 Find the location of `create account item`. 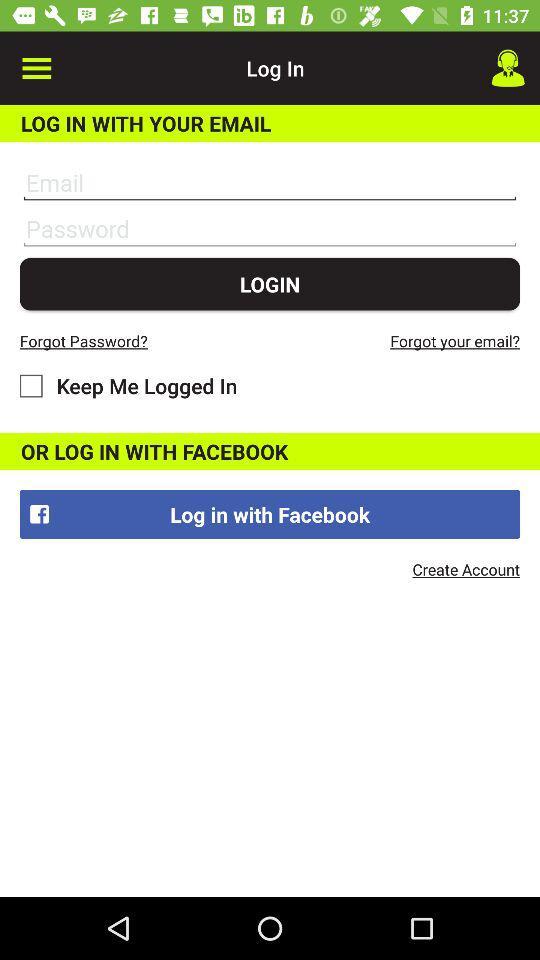

create account item is located at coordinates (466, 569).